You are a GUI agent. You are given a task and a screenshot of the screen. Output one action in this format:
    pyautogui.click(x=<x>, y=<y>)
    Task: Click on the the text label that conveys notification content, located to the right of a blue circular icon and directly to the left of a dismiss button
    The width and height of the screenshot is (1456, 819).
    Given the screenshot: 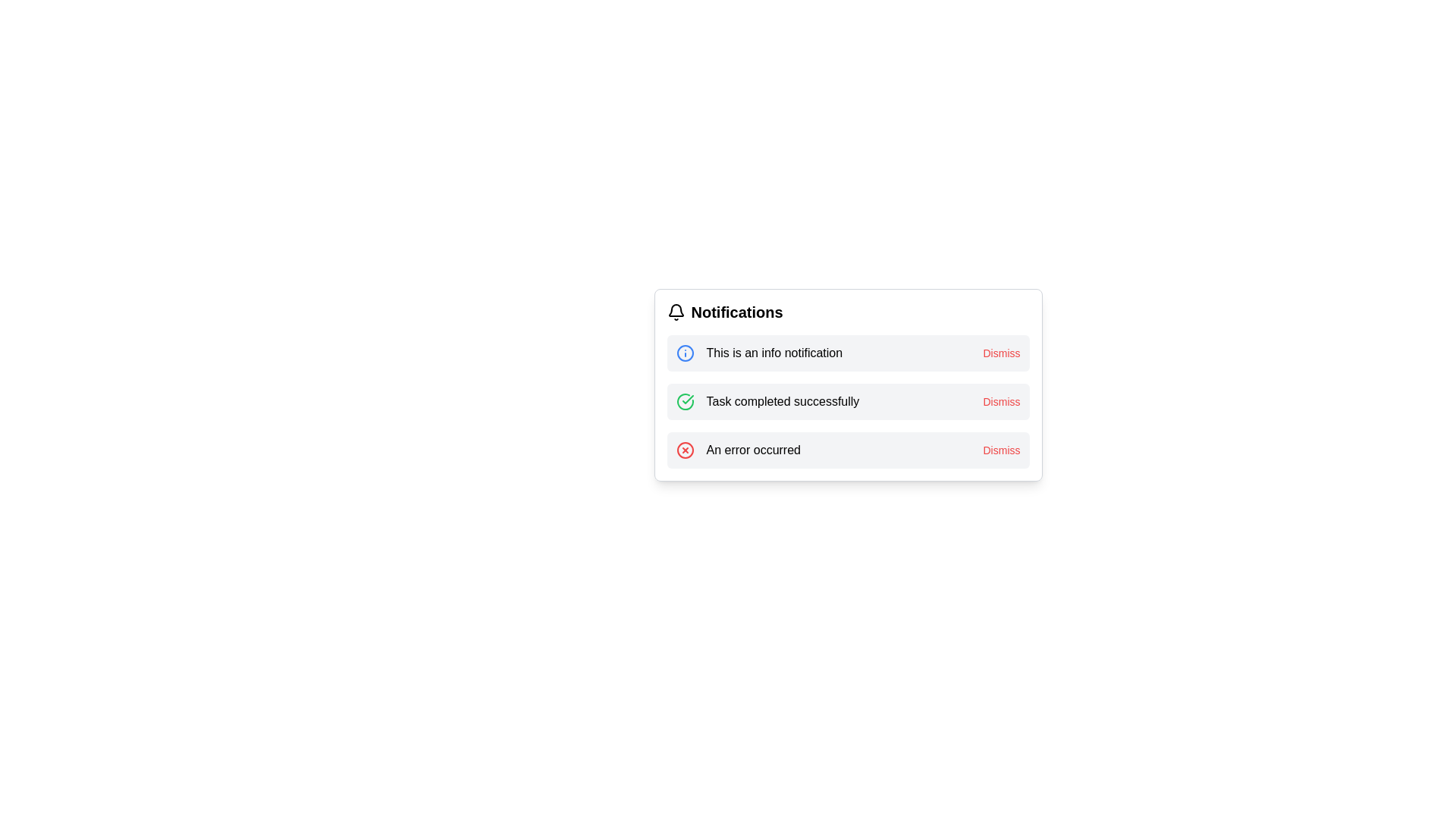 What is the action you would take?
    pyautogui.click(x=774, y=353)
    